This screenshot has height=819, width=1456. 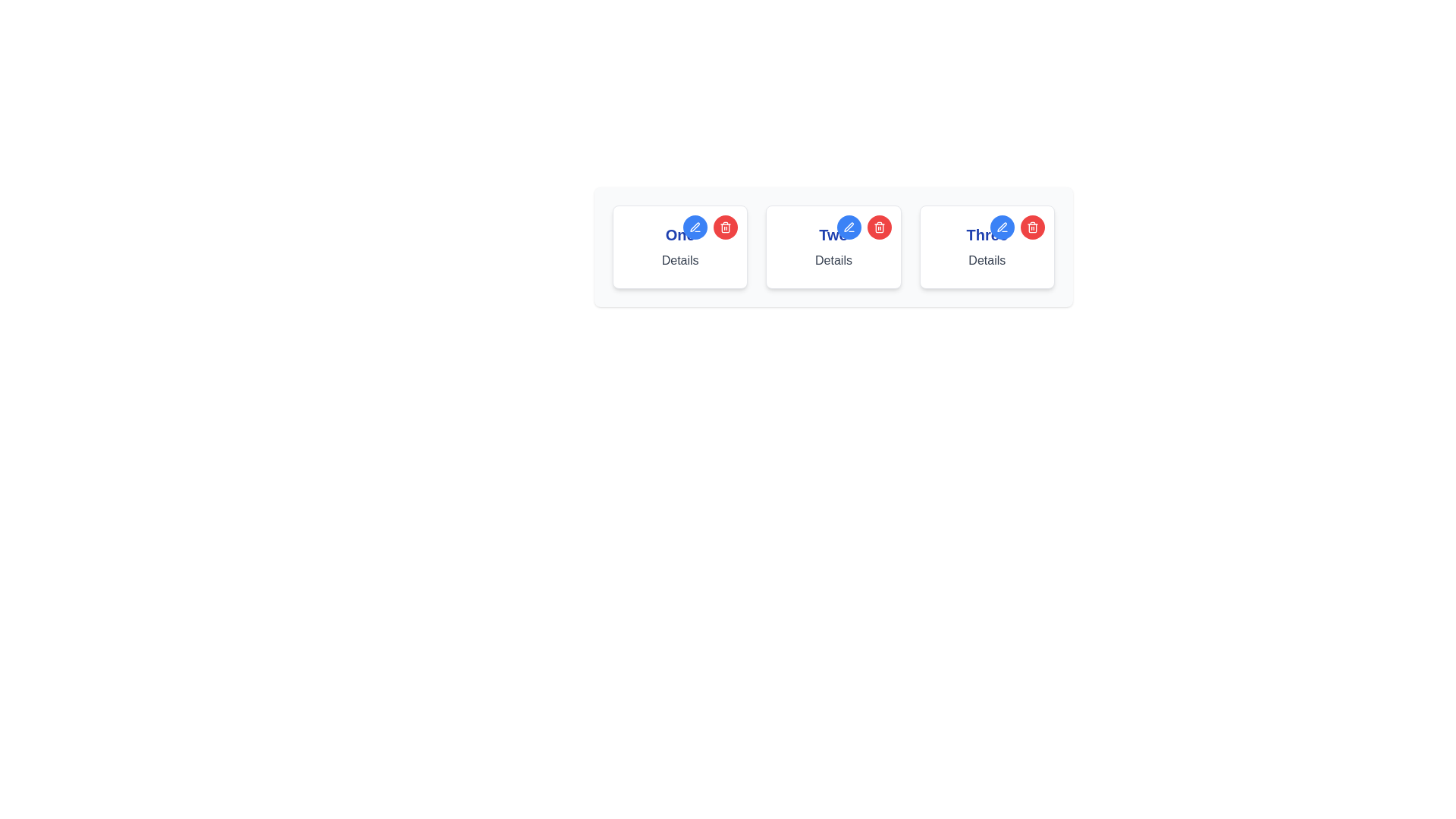 What do you see at coordinates (725, 227) in the screenshot?
I see `the trash can icon with a red circular background located in the middle card of a three-card layout, adjacent` at bounding box center [725, 227].